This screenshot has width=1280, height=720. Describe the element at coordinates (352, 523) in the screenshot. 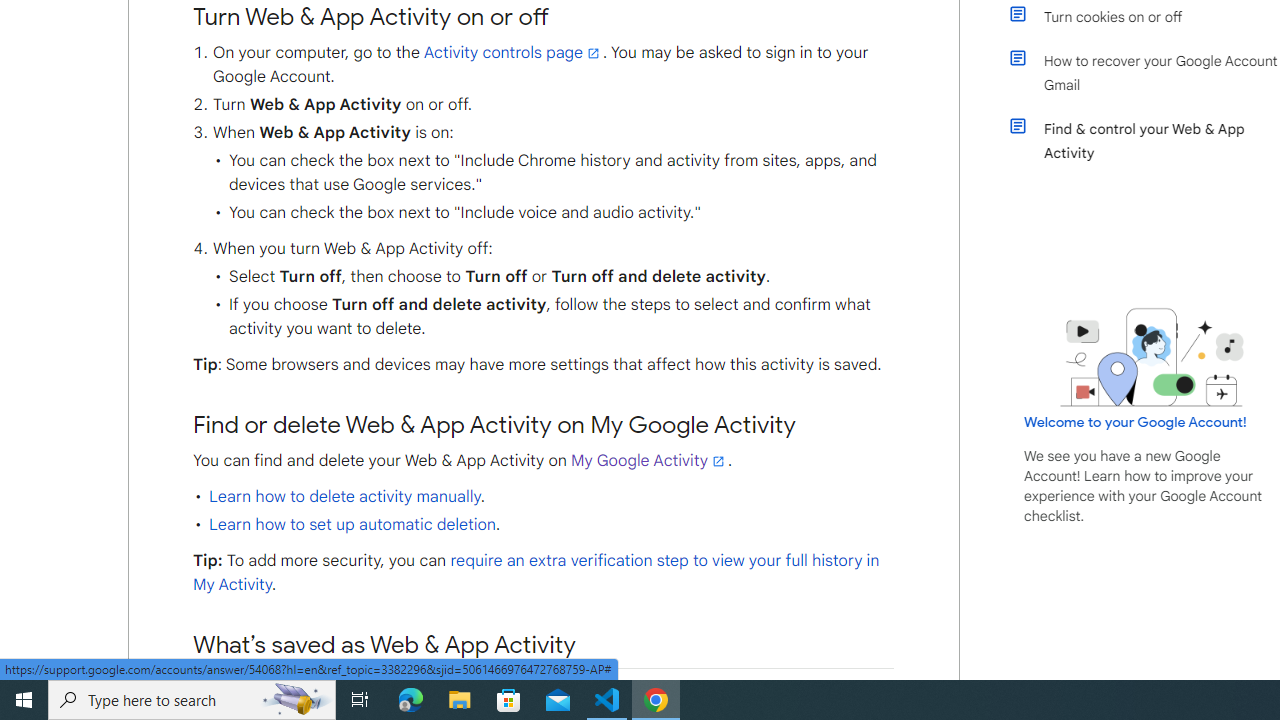

I see `'Learn how to set up automatic deletion'` at that location.